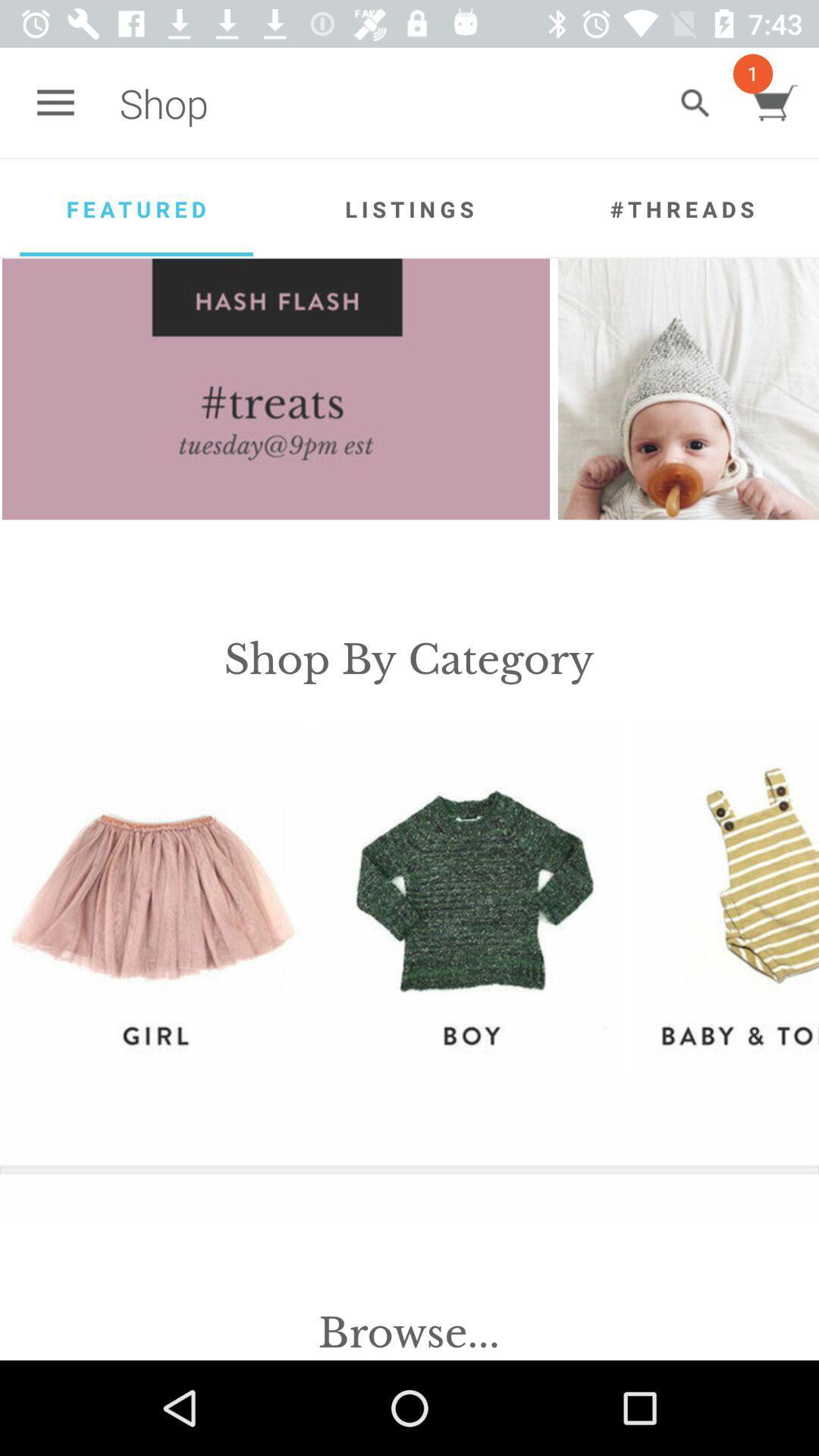 The width and height of the screenshot is (819, 1456). I want to click on dress, so click(726, 899).